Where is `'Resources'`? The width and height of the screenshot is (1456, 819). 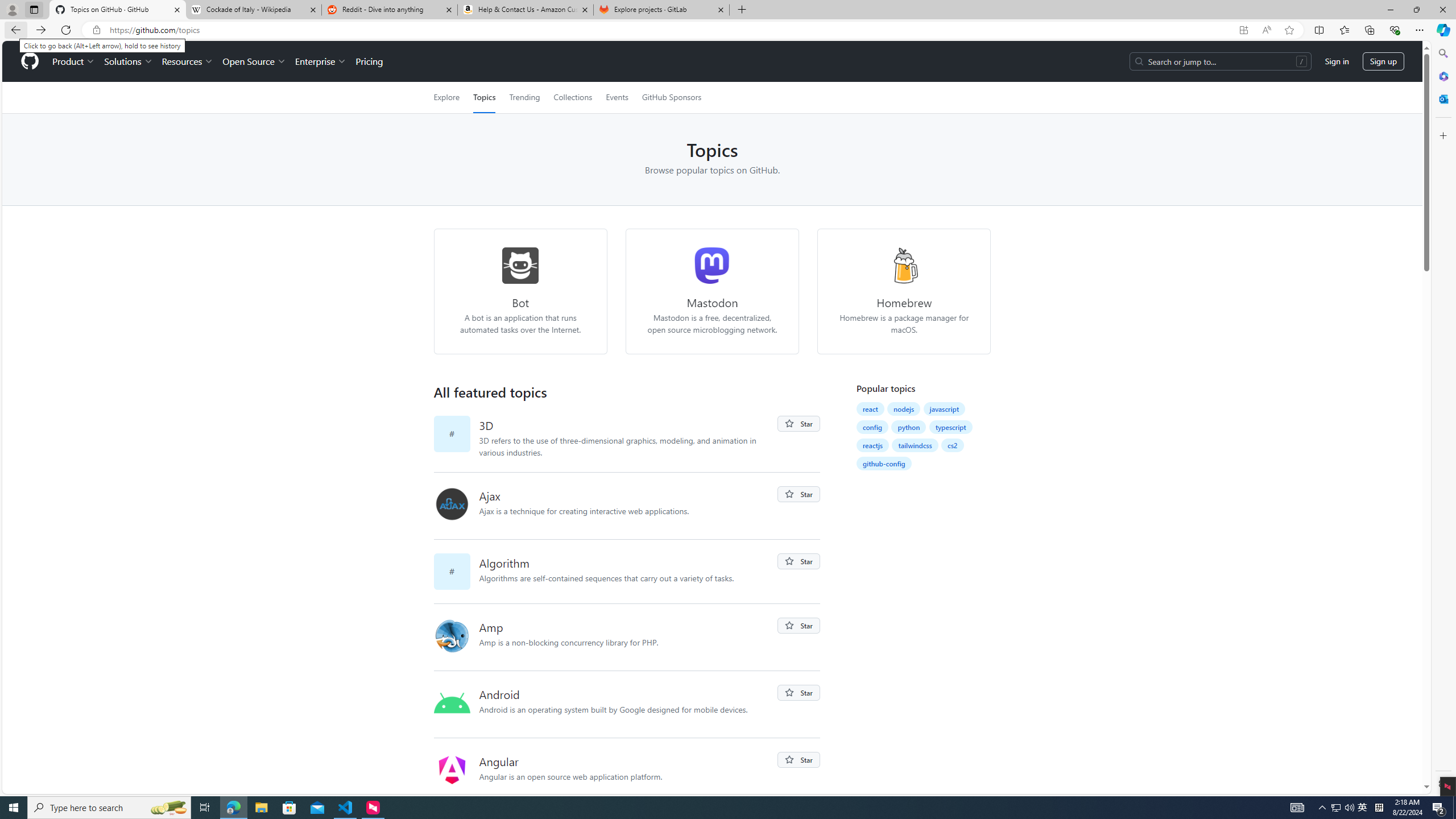
'Resources' is located at coordinates (188, 61).